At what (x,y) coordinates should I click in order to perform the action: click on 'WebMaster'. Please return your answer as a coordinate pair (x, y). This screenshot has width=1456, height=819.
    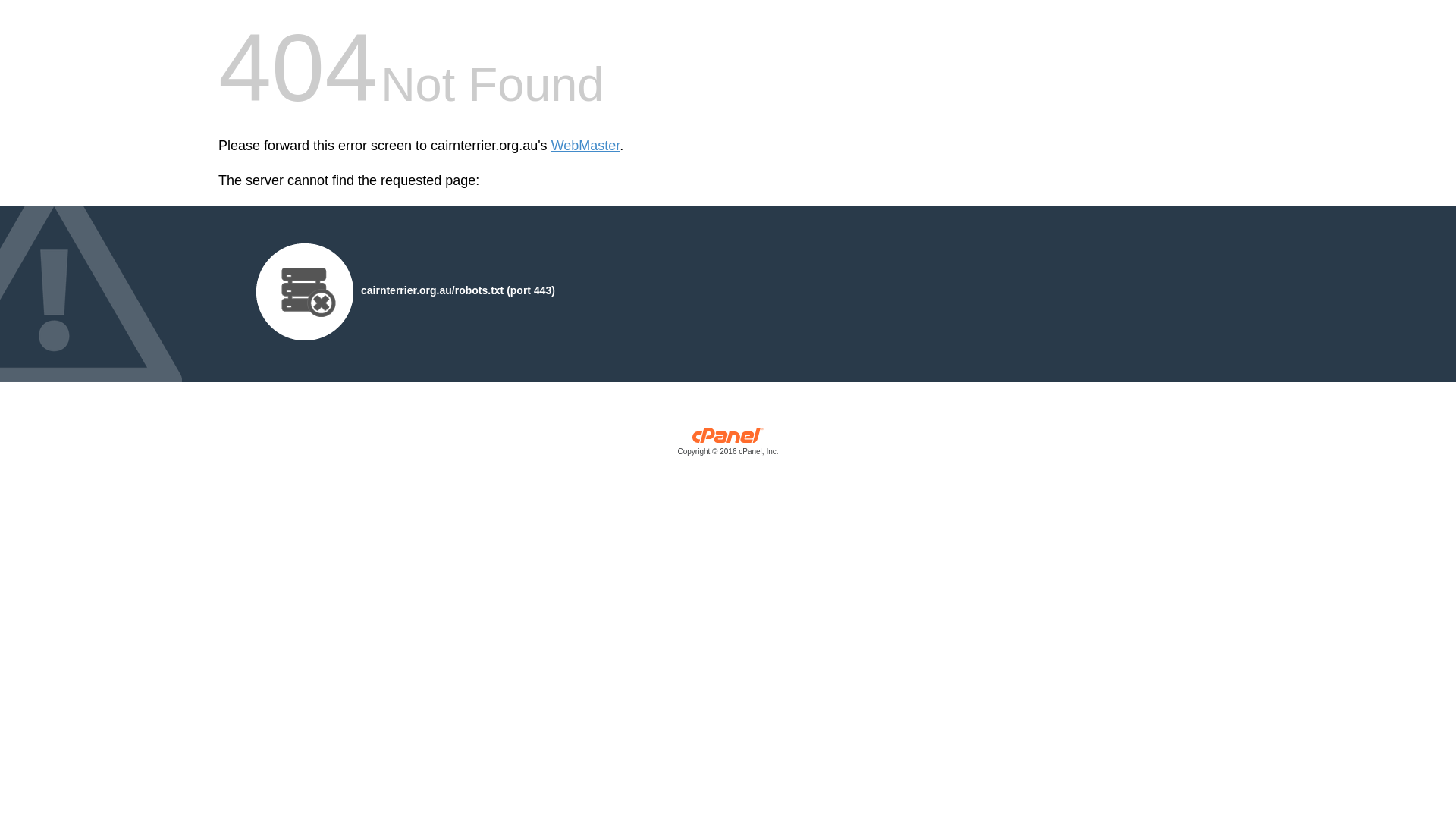
    Looking at the image, I should click on (550, 146).